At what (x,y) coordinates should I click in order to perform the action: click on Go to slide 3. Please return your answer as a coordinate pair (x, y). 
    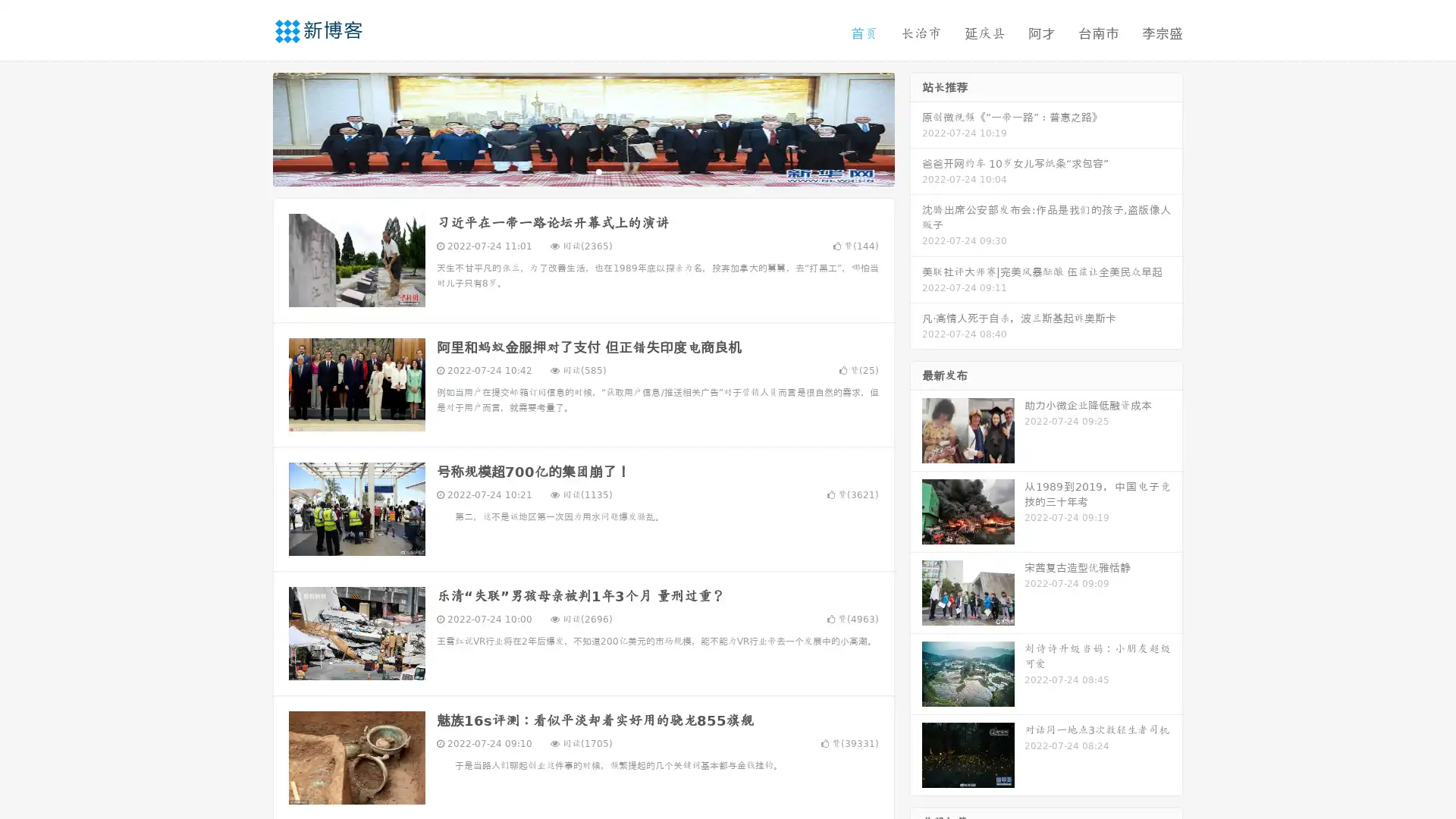
    Looking at the image, I should click on (598, 171).